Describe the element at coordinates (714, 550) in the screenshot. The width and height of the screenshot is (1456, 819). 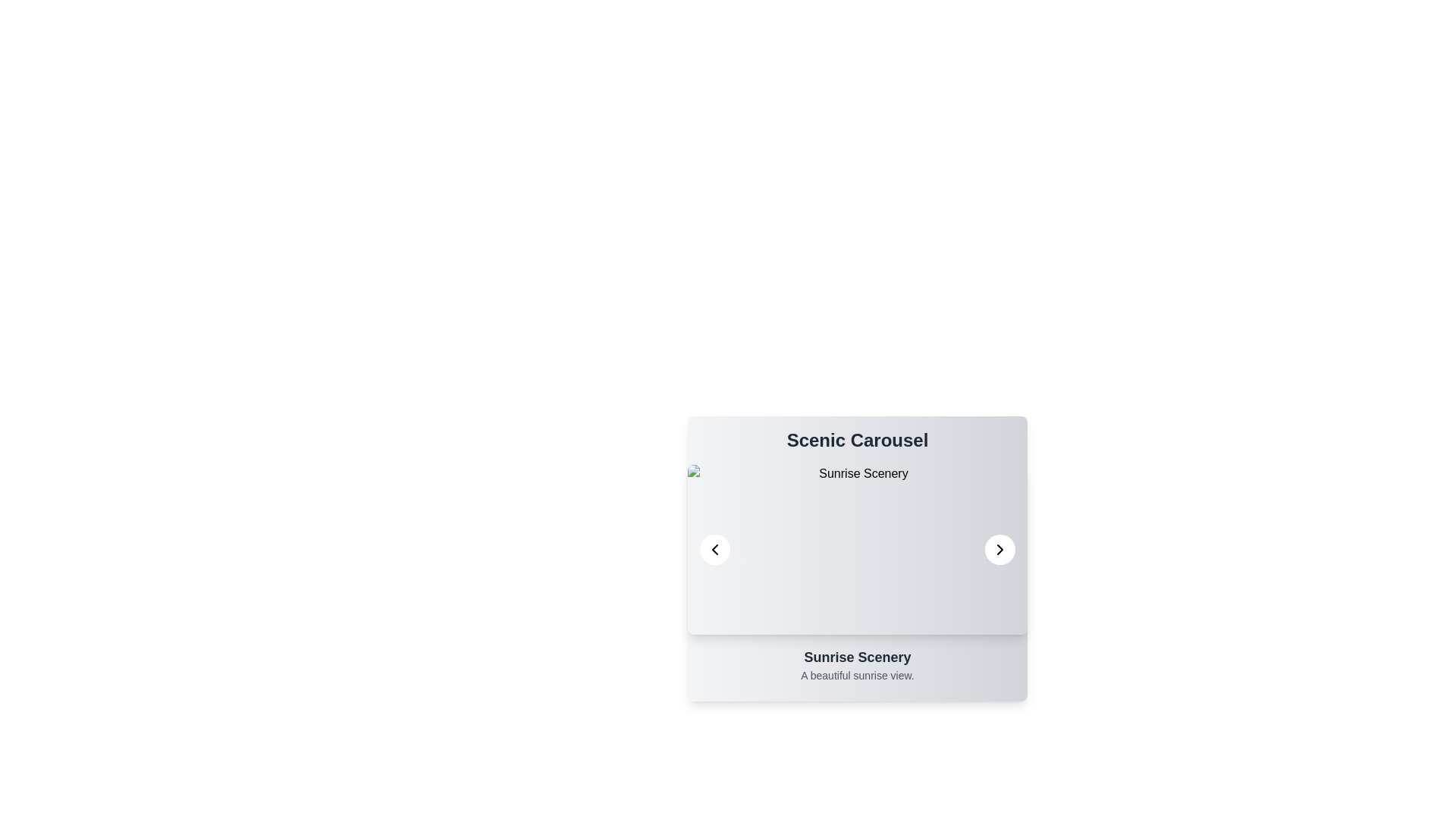
I see `left navigation button to view the previous item in the carousel` at that location.